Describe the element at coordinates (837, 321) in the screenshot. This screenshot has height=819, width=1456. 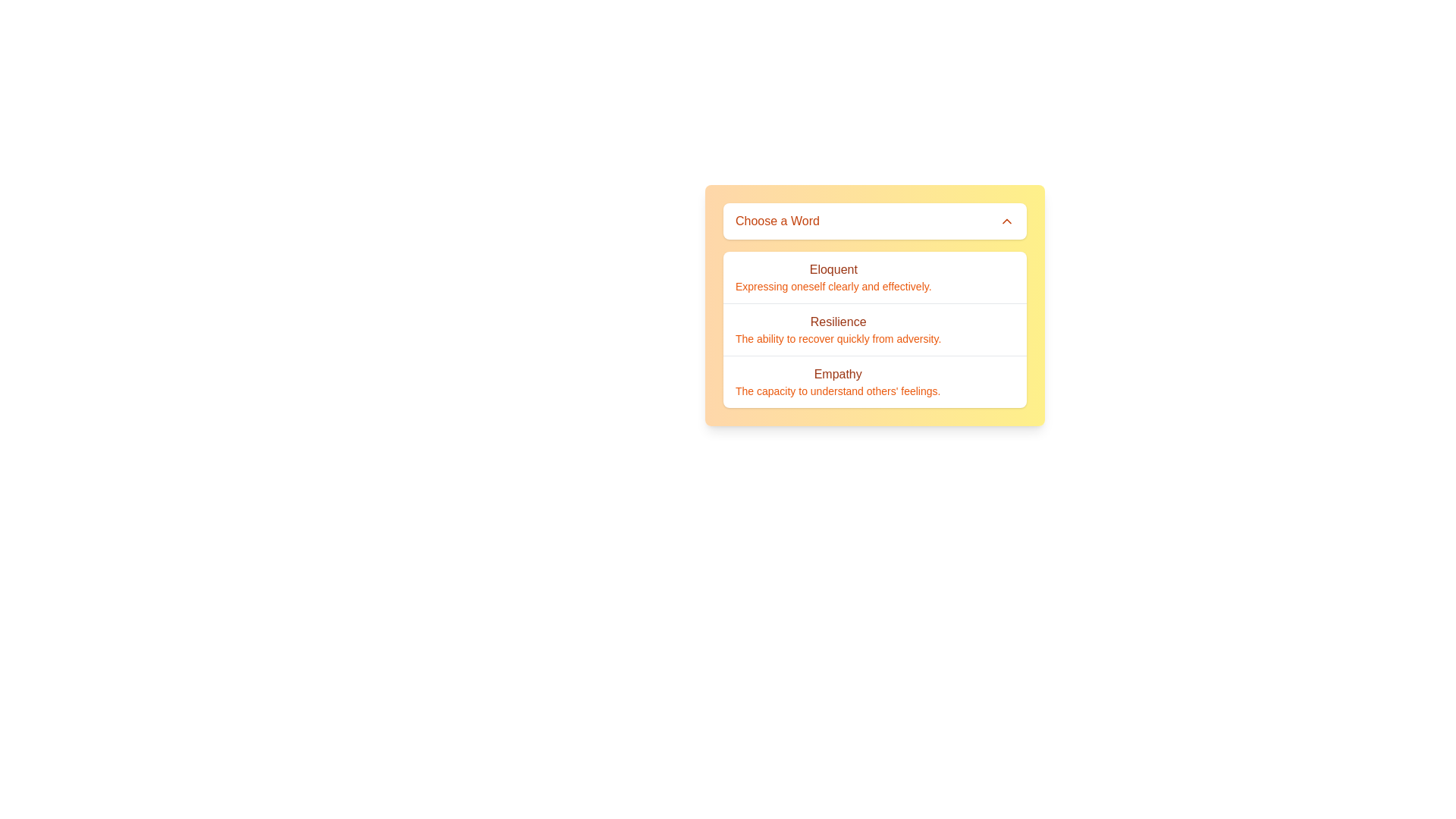
I see `the heading text 'Resilience' which serves as a title in the dropdown menu` at that location.